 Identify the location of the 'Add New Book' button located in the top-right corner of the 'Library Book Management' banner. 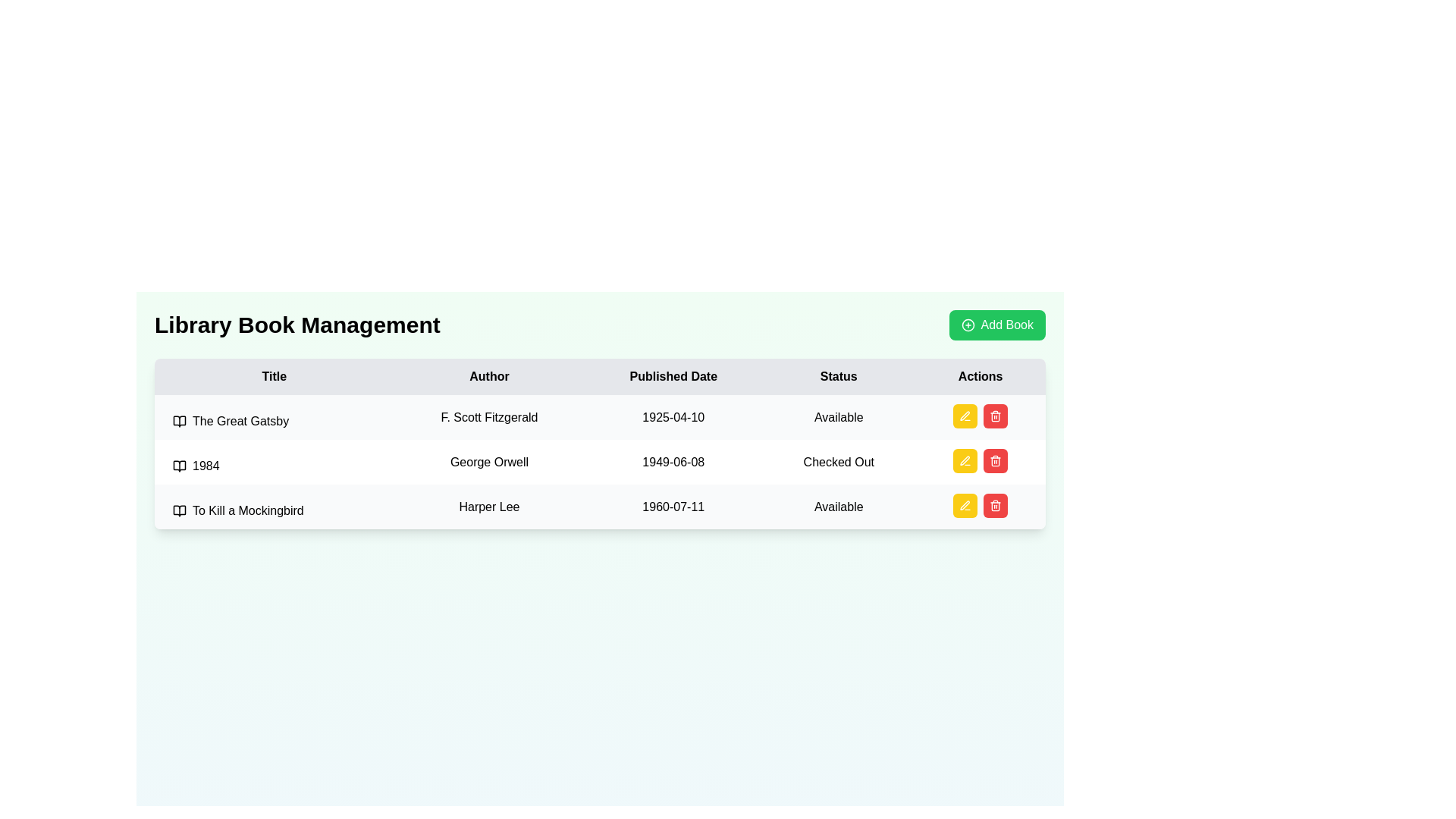
(997, 324).